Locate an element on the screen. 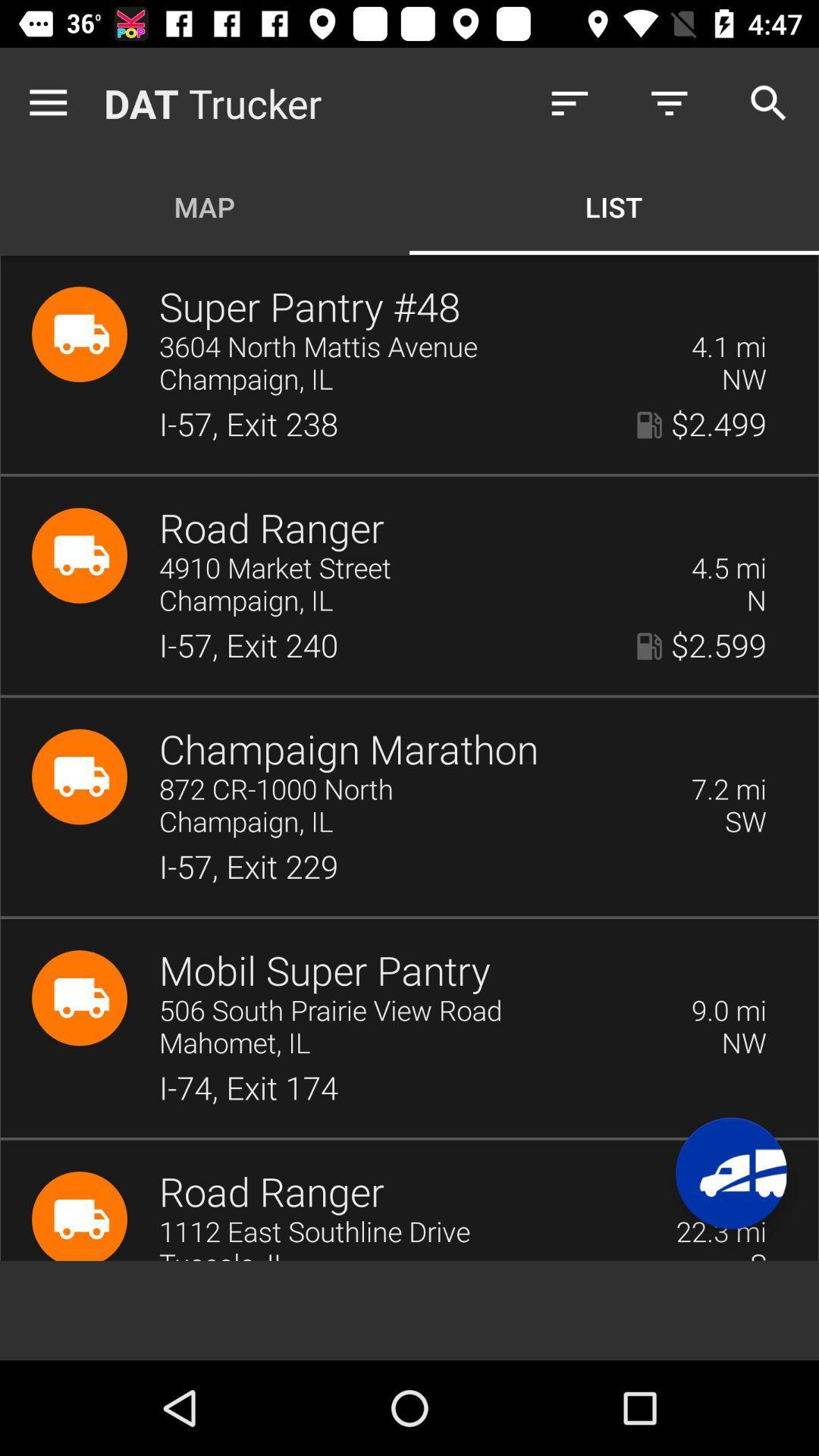  the item to the right of 506 south prairie is located at coordinates (728, 1011).